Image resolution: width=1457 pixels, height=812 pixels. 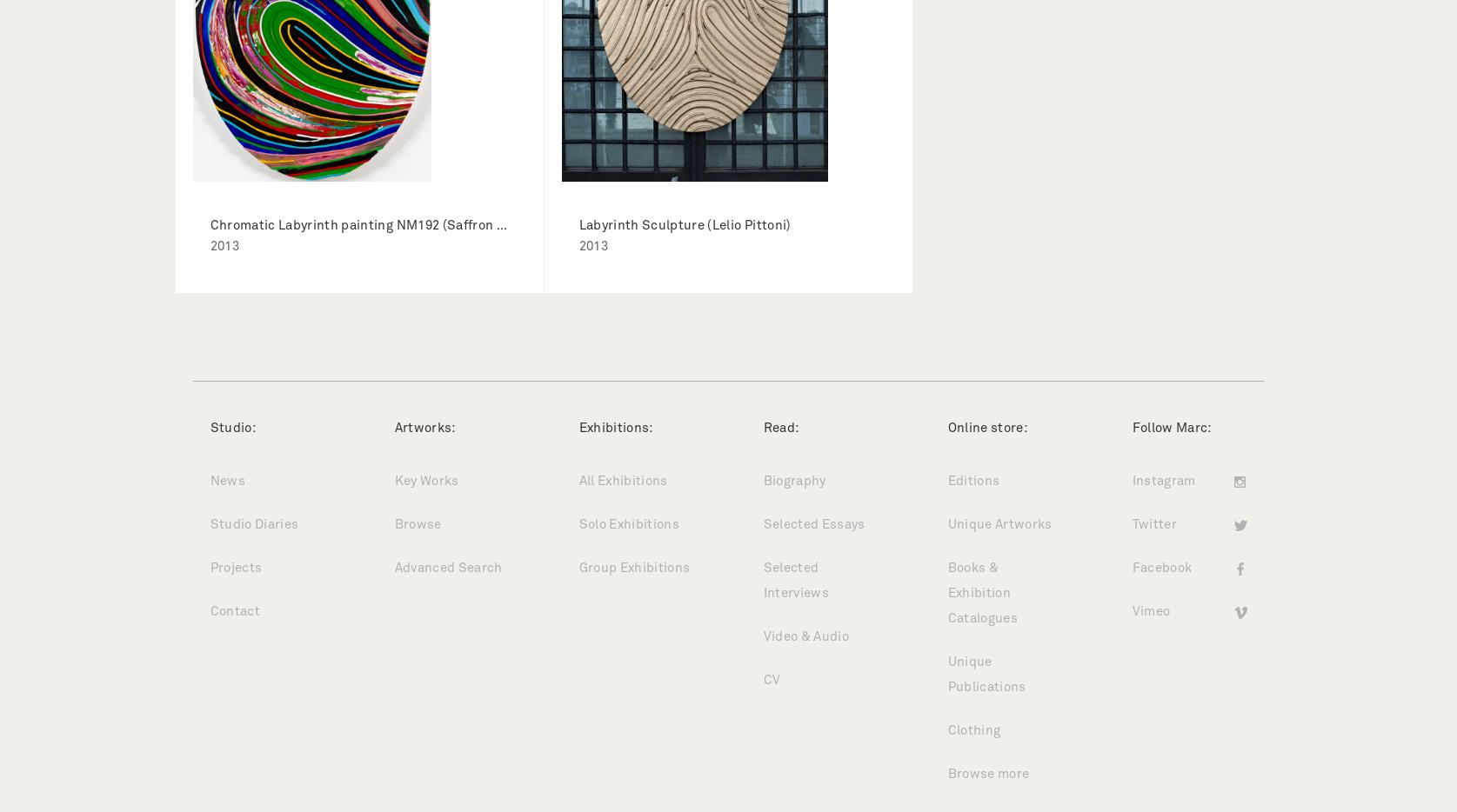 What do you see at coordinates (779, 428) in the screenshot?
I see `'Read:'` at bounding box center [779, 428].